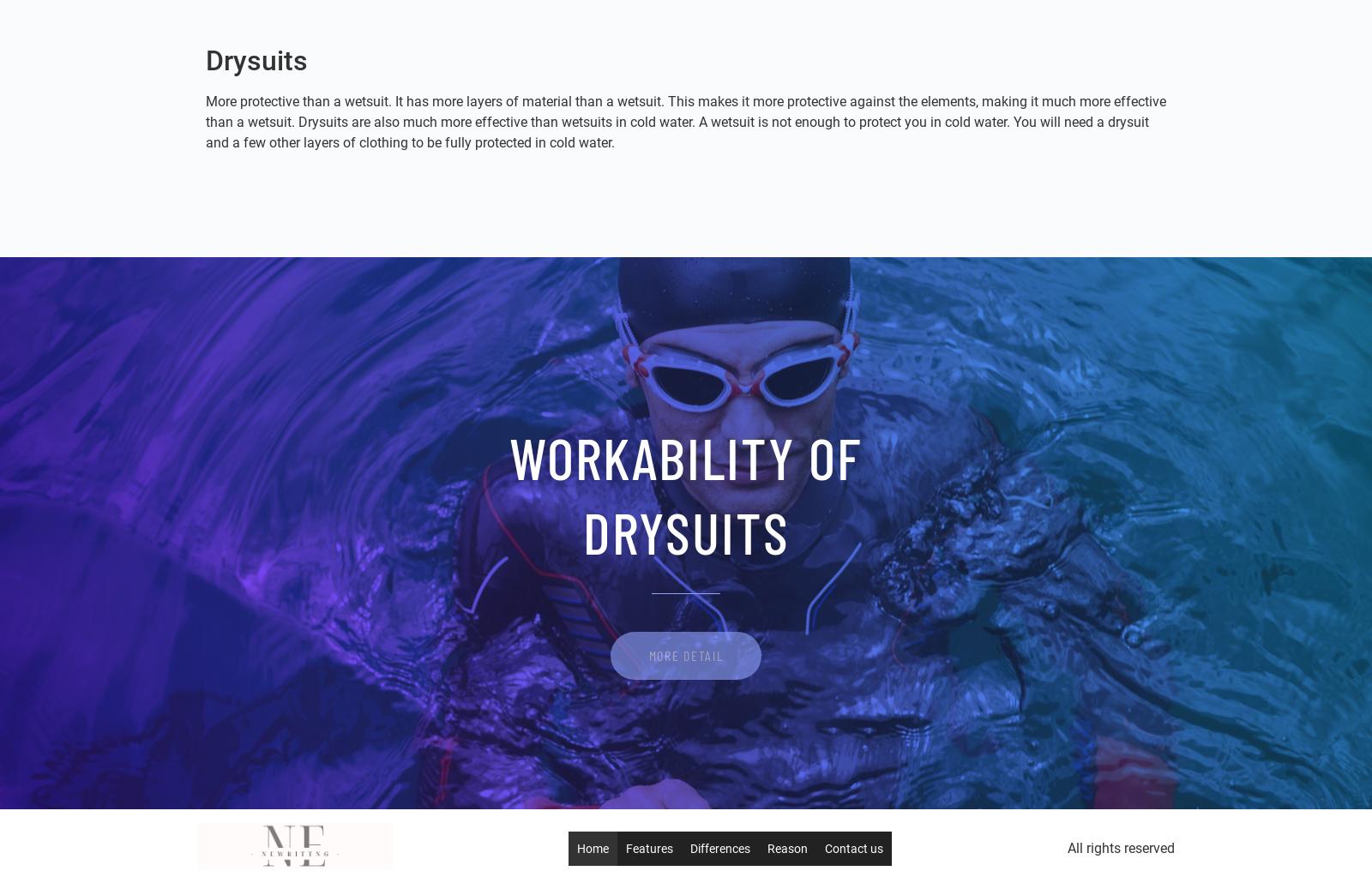 The width and height of the screenshot is (1372, 889). Describe the element at coordinates (689, 849) in the screenshot. I see `'Differences'` at that location.